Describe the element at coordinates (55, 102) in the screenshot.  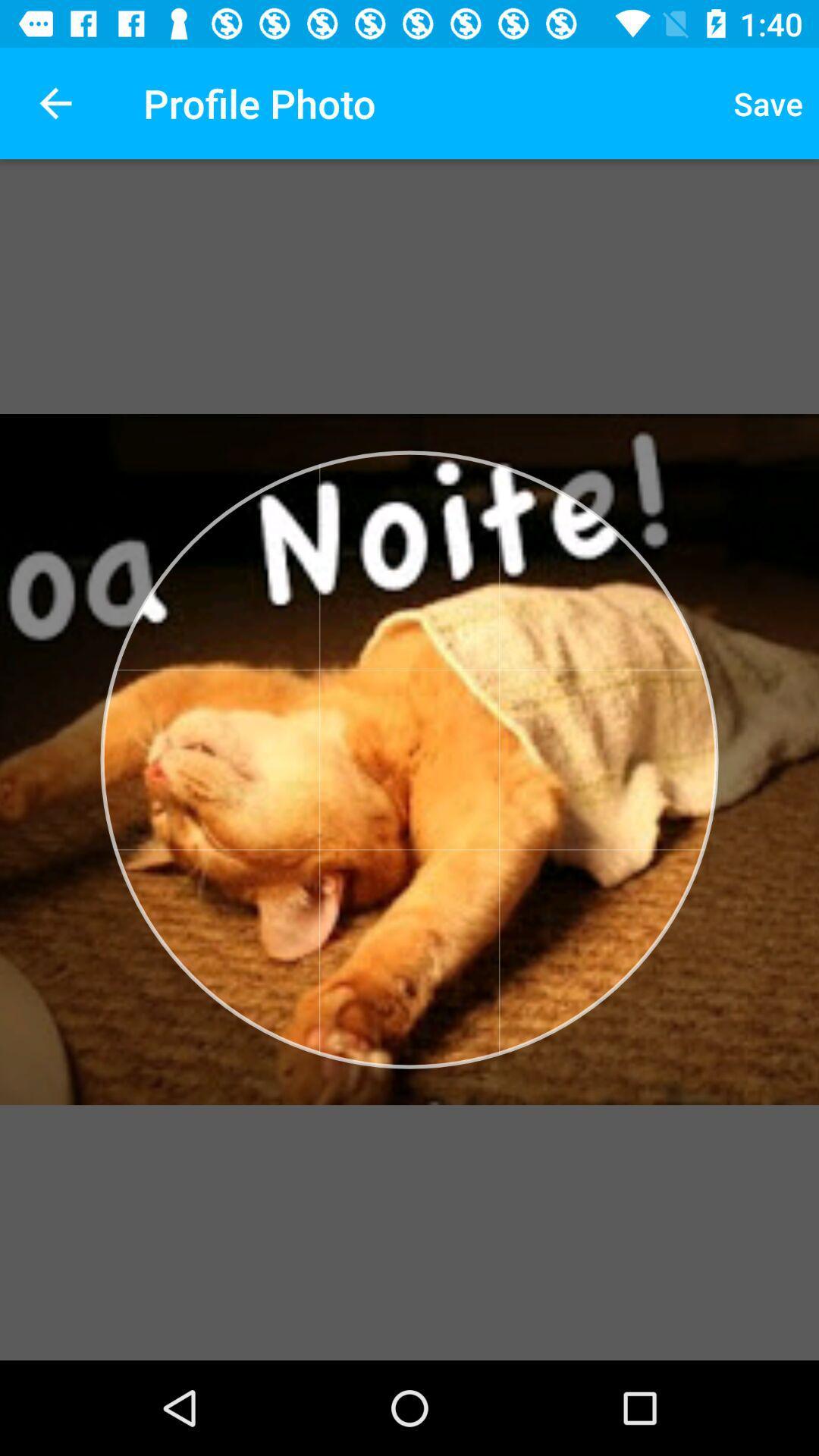
I see `the item to the left of profile photo` at that location.